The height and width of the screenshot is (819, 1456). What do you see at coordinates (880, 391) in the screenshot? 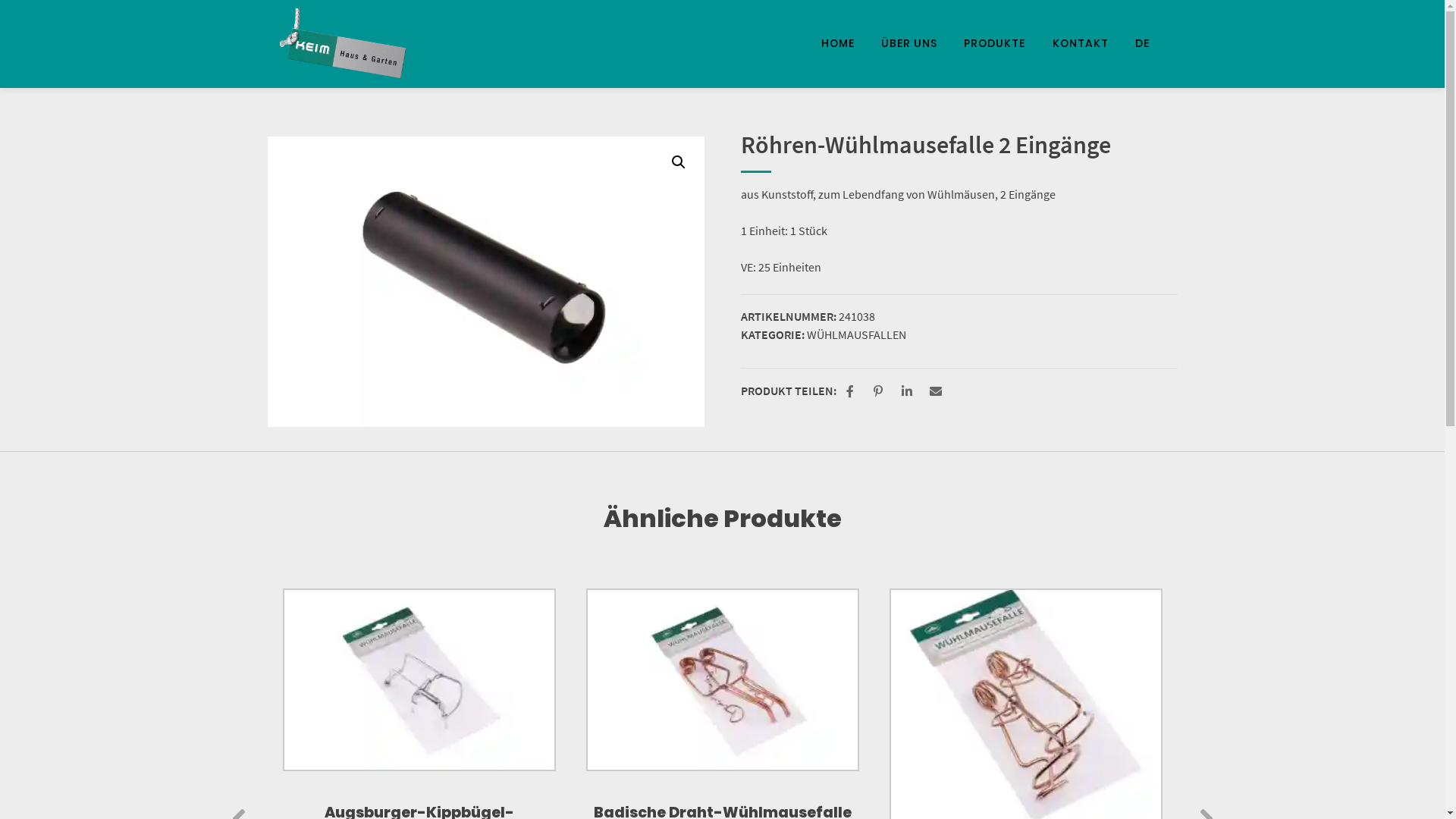
I see `'Bei Pinterest pinnen'` at bounding box center [880, 391].